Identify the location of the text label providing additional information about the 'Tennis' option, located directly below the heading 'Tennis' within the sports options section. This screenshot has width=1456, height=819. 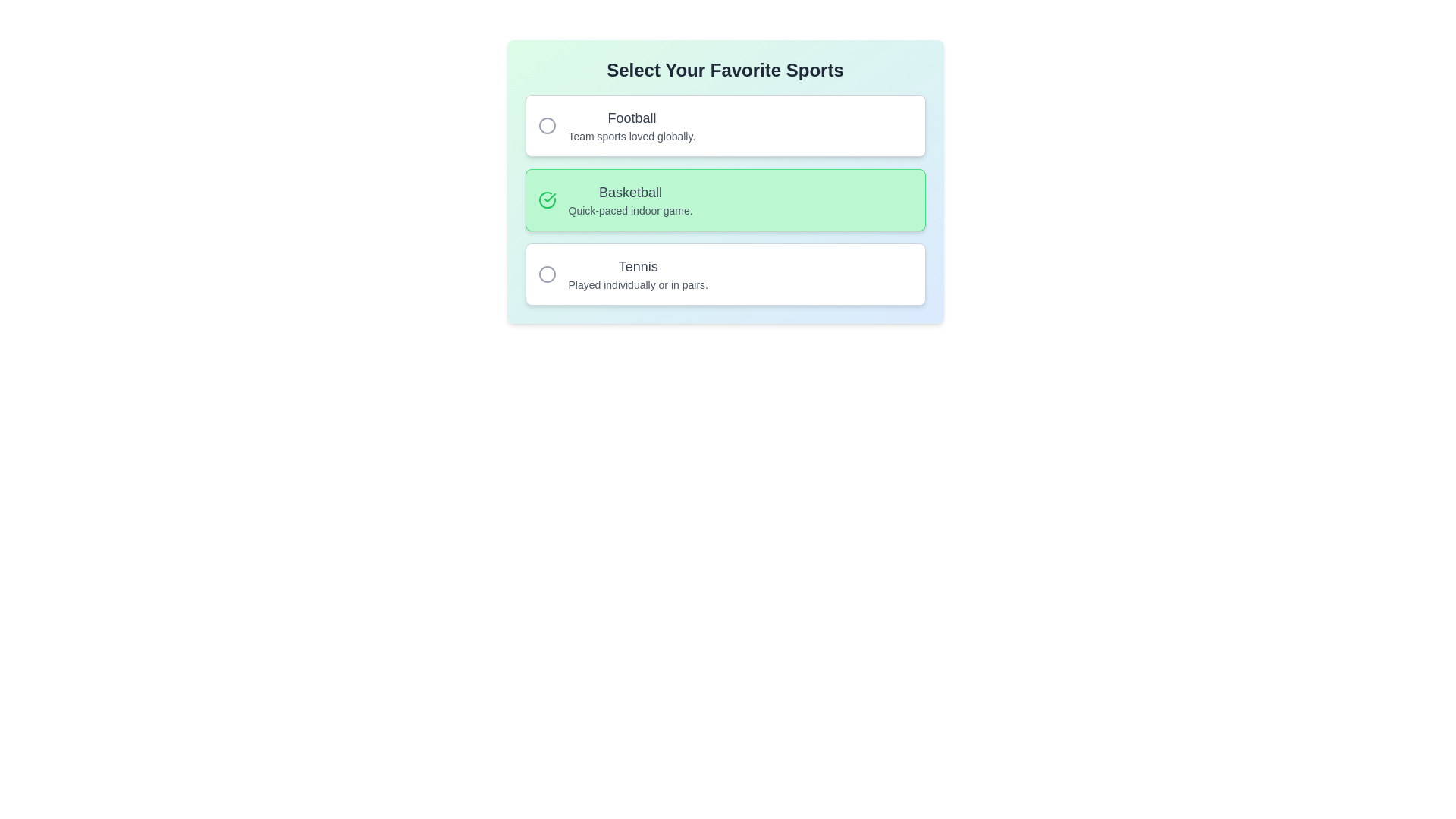
(638, 284).